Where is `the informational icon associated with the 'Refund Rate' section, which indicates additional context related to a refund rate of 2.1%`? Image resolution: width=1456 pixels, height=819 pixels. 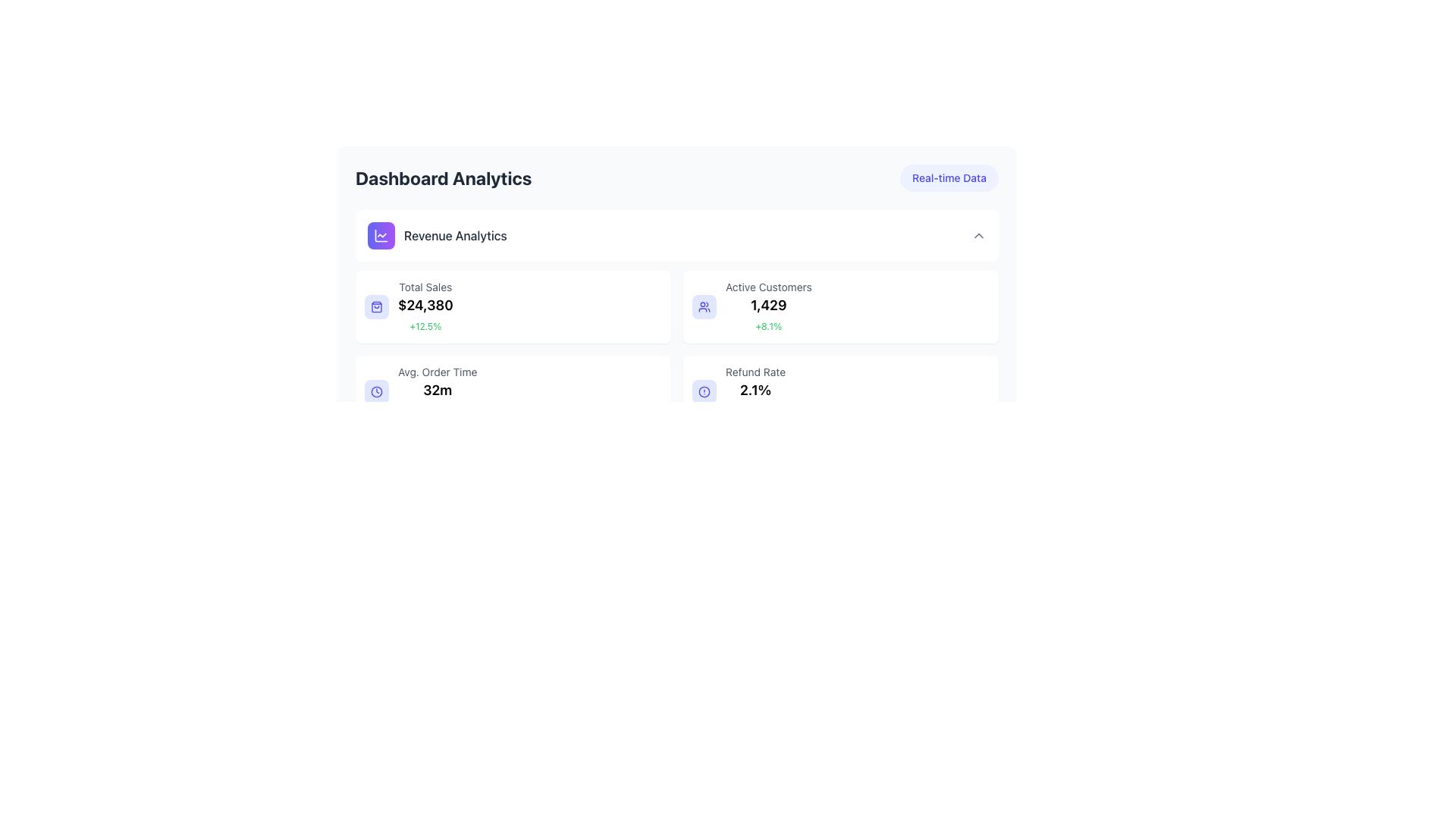
the informational icon associated with the 'Refund Rate' section, which indicates additional context related to a refund rate of 2.1% is located at coordinates (704, 391).